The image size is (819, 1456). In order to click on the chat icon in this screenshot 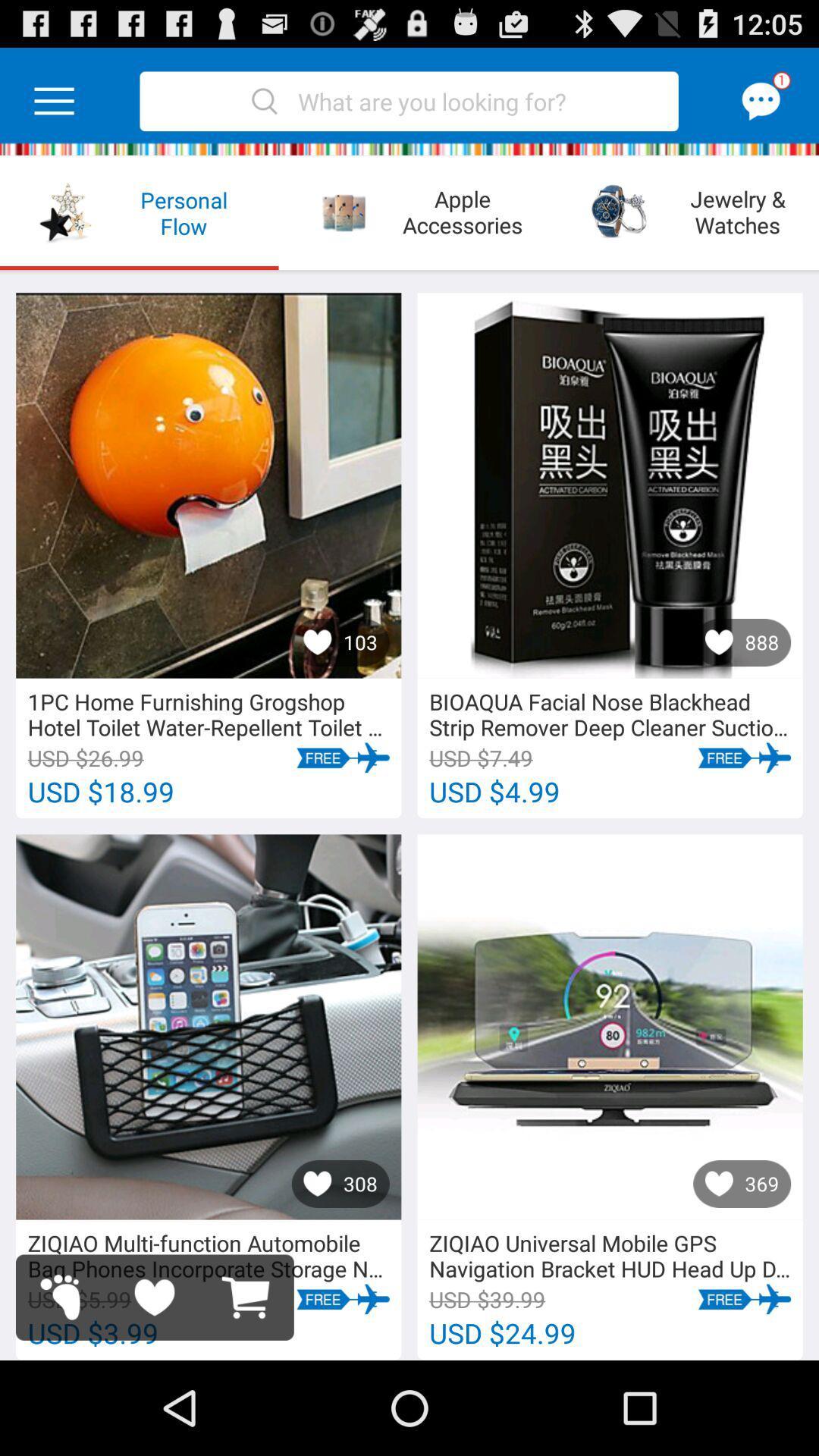, I will do `click(761, 108)`.